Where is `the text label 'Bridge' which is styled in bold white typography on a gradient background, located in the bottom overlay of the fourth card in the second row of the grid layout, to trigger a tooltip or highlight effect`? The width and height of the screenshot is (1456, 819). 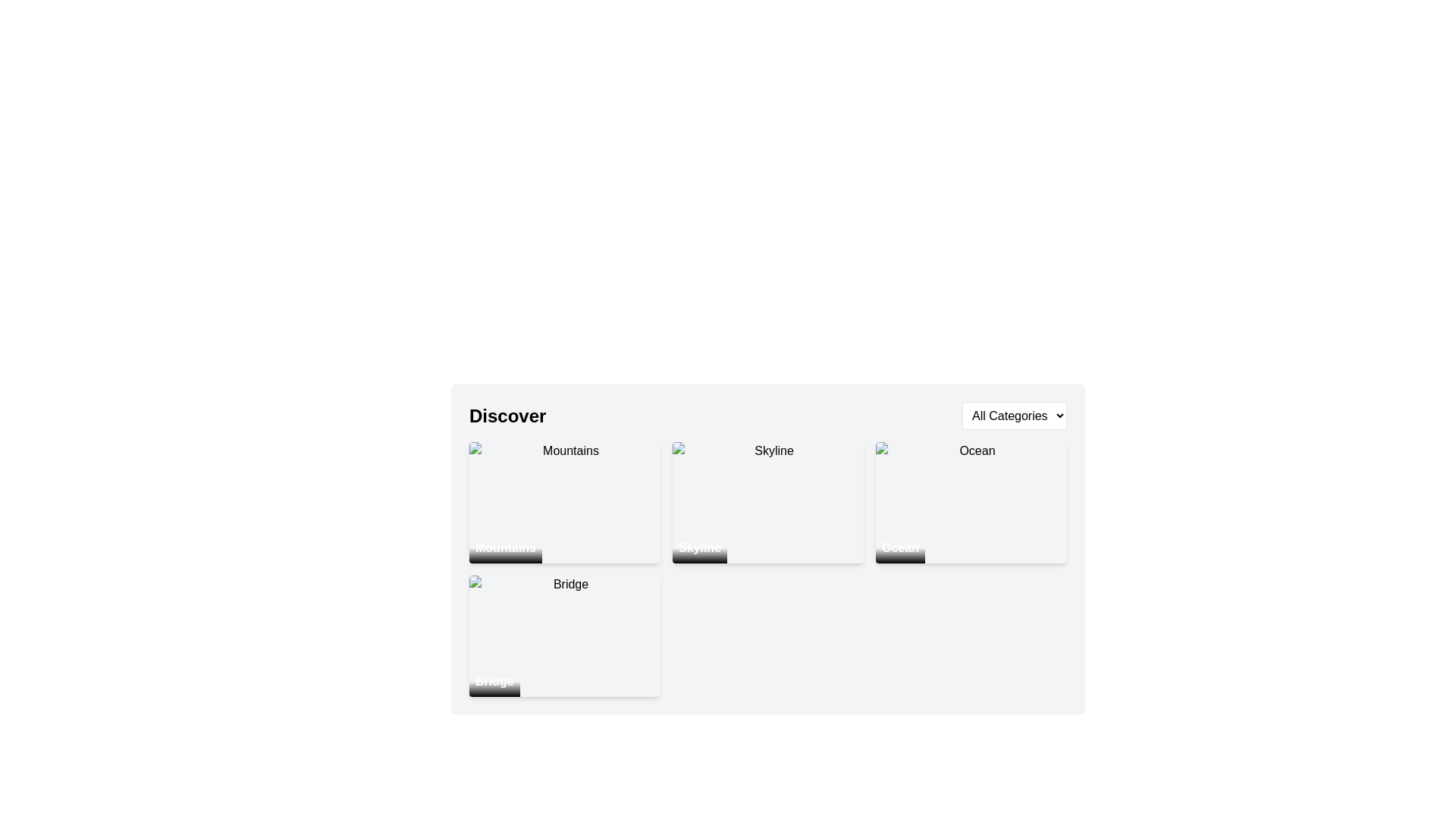 the text label 'Bridge' which is styled in bold white typography on a gradient background, located in the bottom overlay of the fourth card in the second row of the grid layout, to trigger a tooltip or highlight effect is located at coordinates (494, 680).